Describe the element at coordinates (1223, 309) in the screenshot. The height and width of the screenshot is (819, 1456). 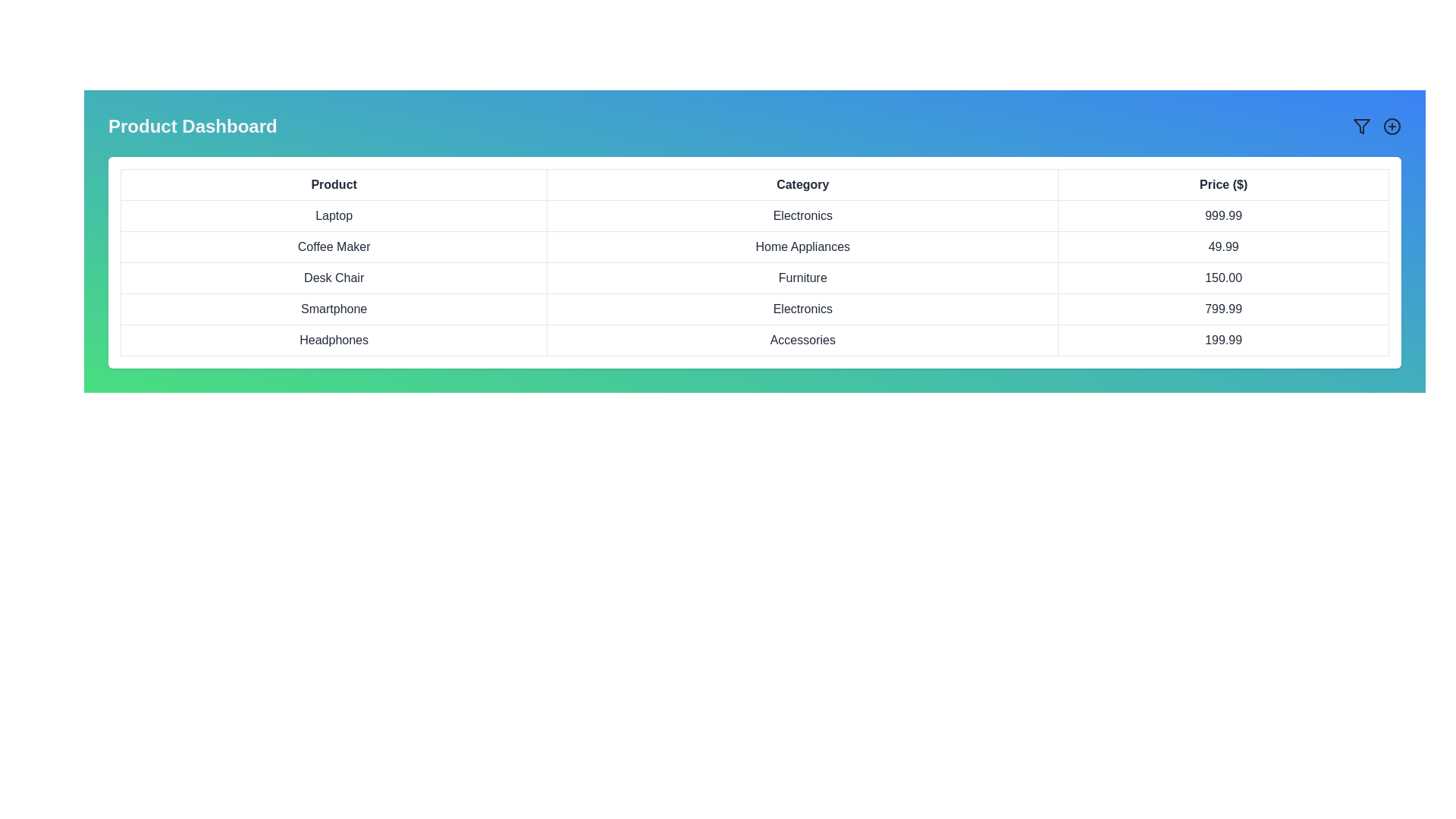
I see `value displayed in the static text element located in the 'Price ($)' column of the fourth row, which shows '799.99'` at that location.